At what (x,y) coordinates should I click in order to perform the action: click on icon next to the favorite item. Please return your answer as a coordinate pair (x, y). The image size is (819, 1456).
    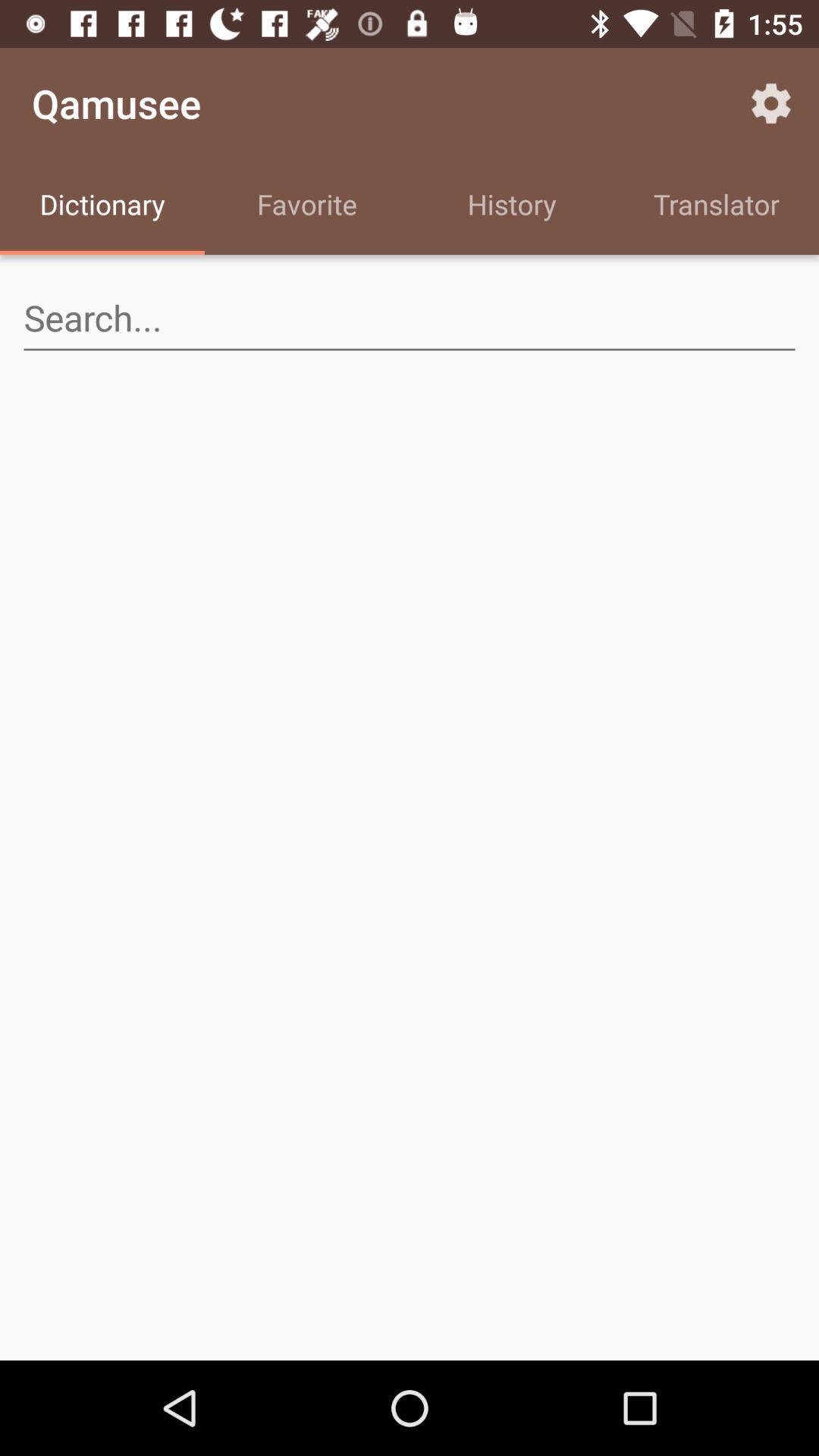
    Looking at the image, I should click on (512, 206).